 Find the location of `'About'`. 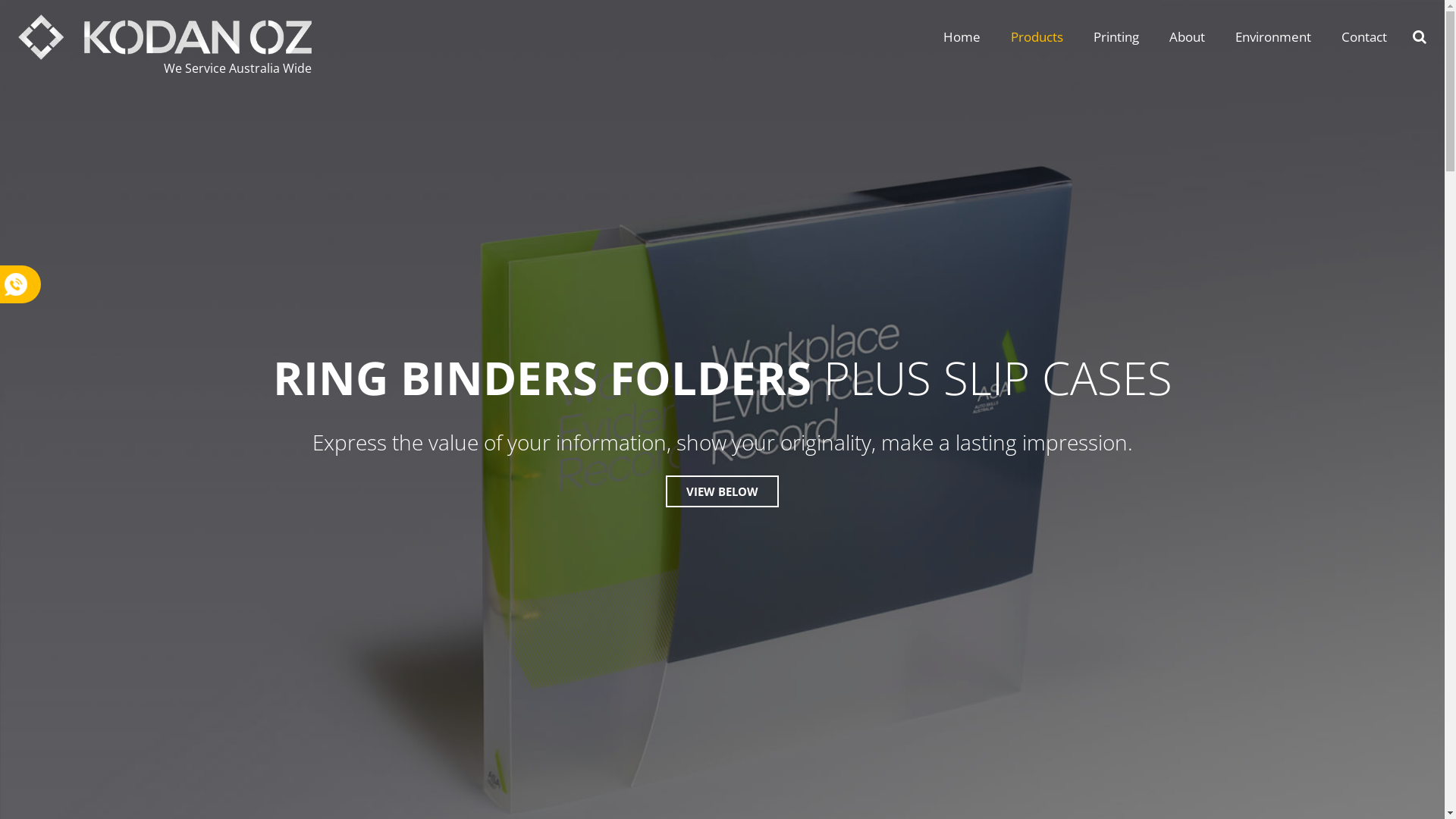

'About' is located at coordinates (1186, 36).